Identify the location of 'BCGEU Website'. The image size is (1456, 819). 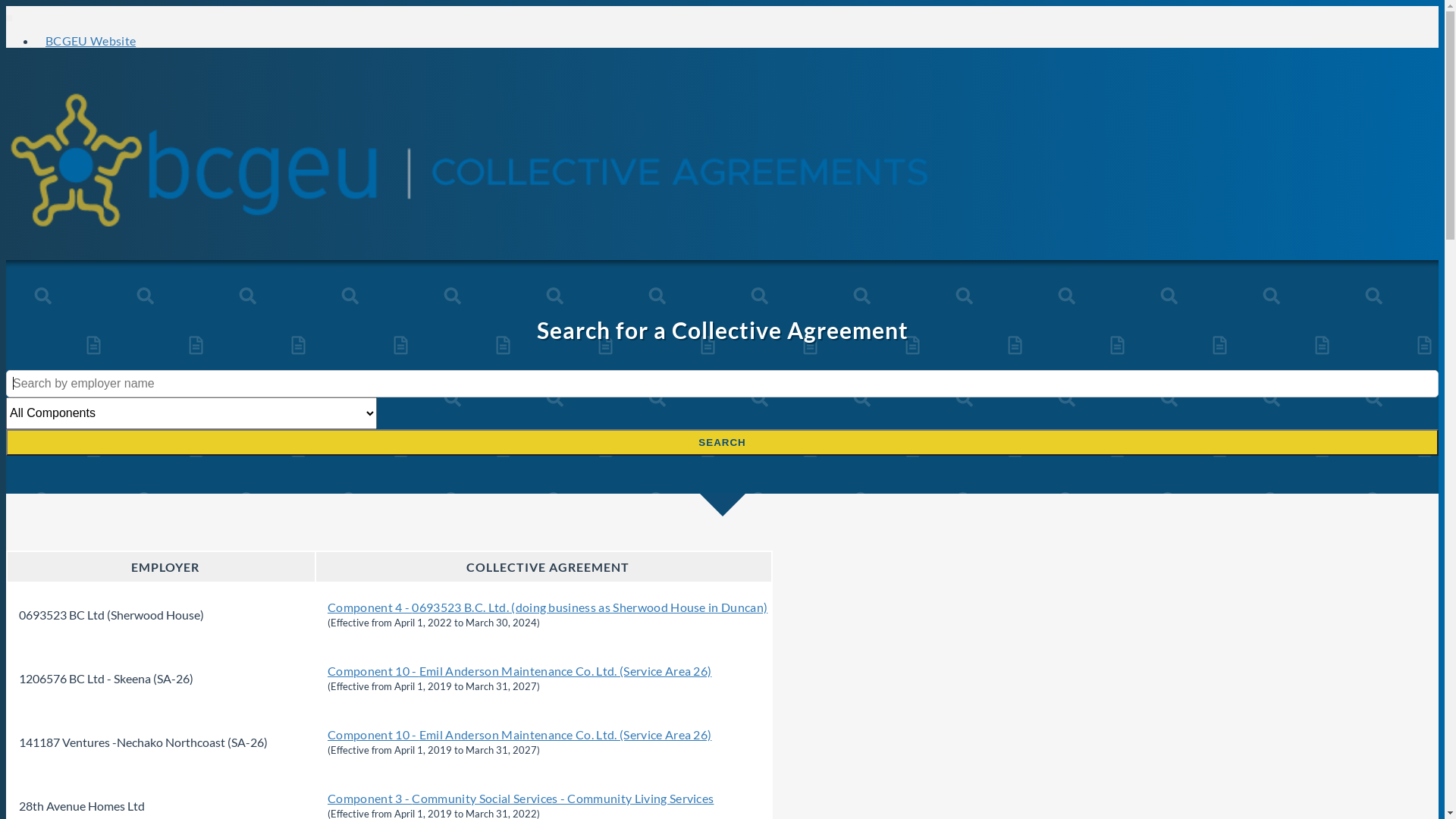
(89, 39).